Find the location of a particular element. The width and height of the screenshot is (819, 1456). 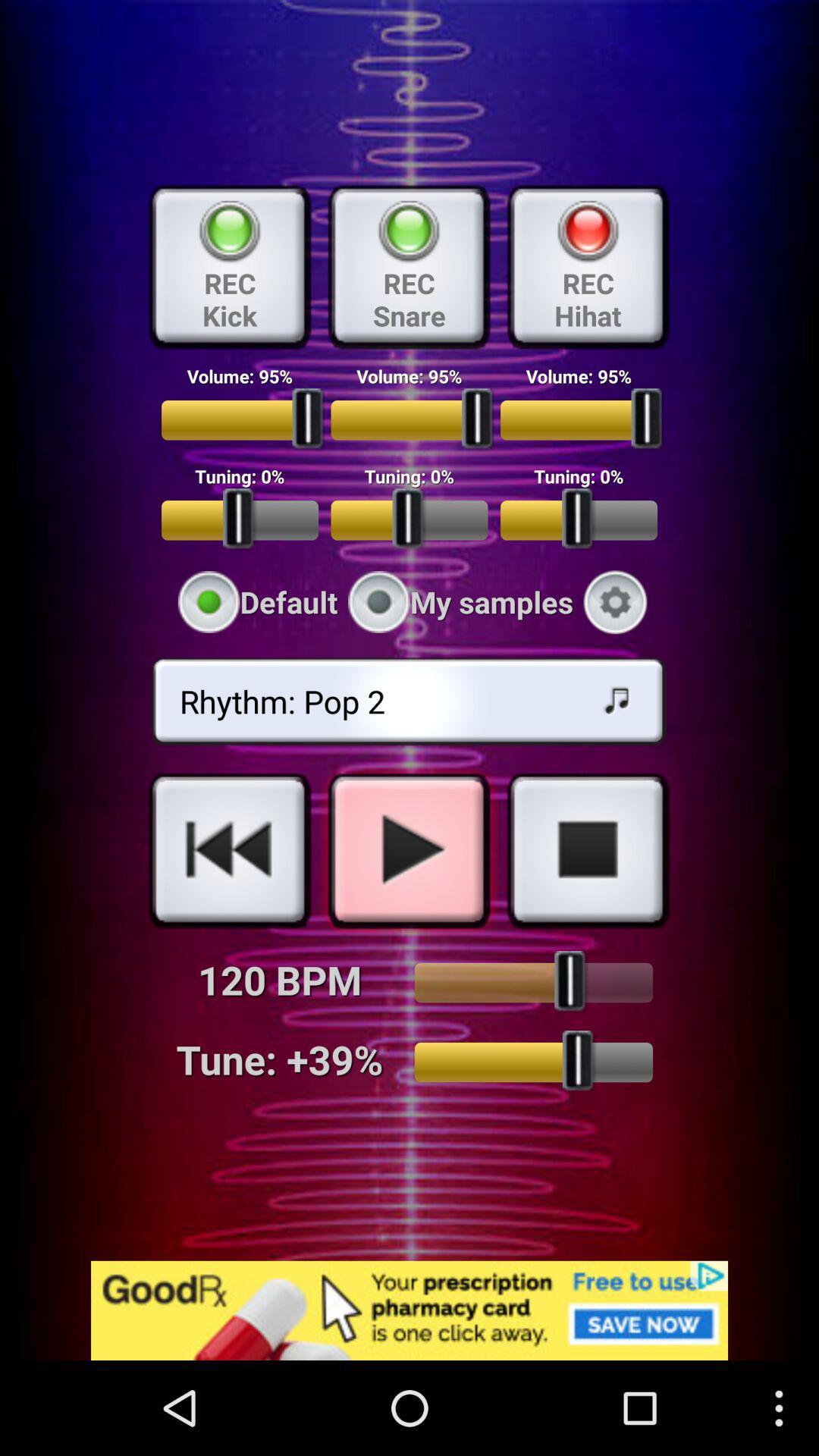

go back is located at coordinates (230, 850).